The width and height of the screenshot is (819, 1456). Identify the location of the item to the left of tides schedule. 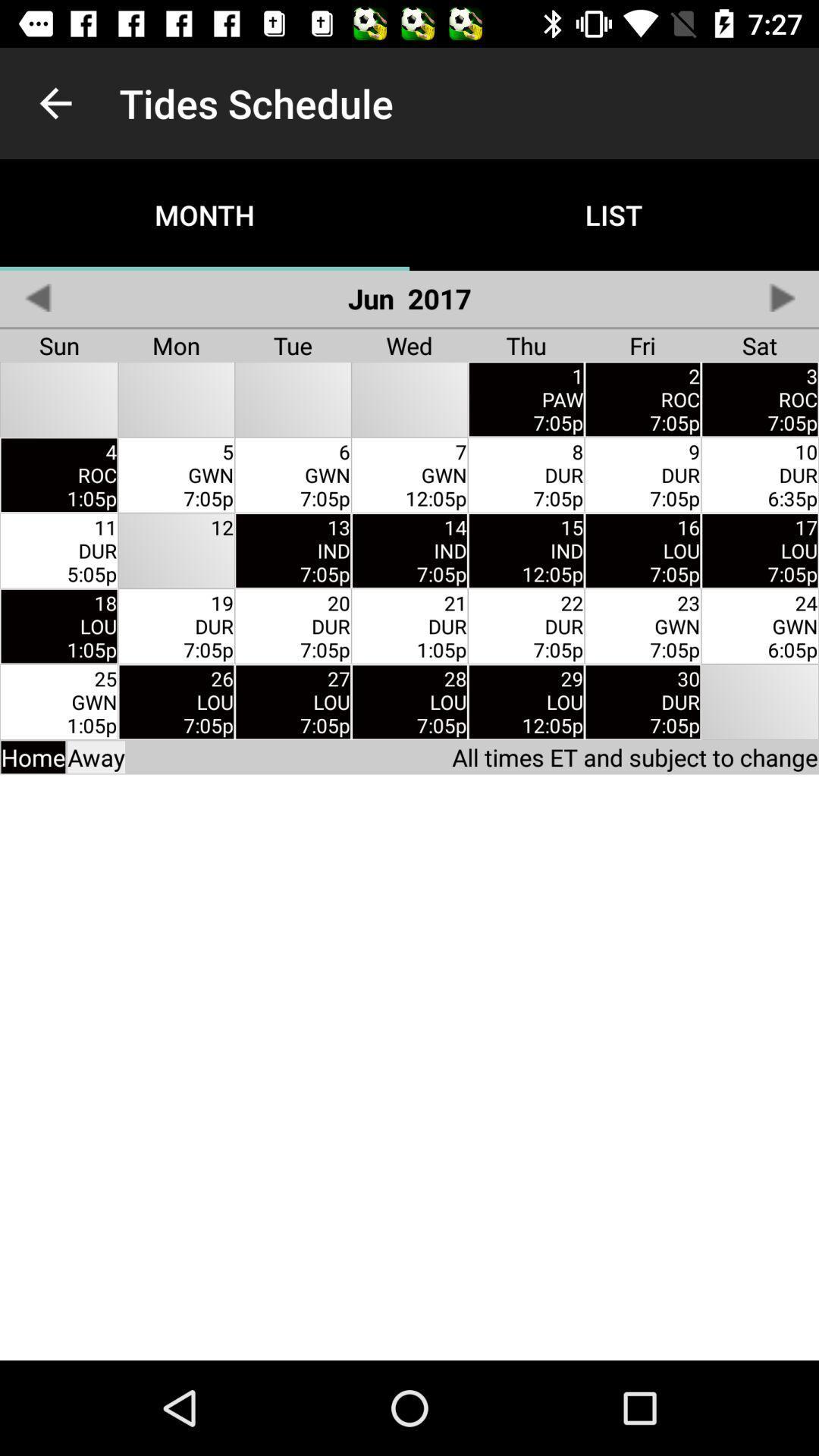
(55, 102).